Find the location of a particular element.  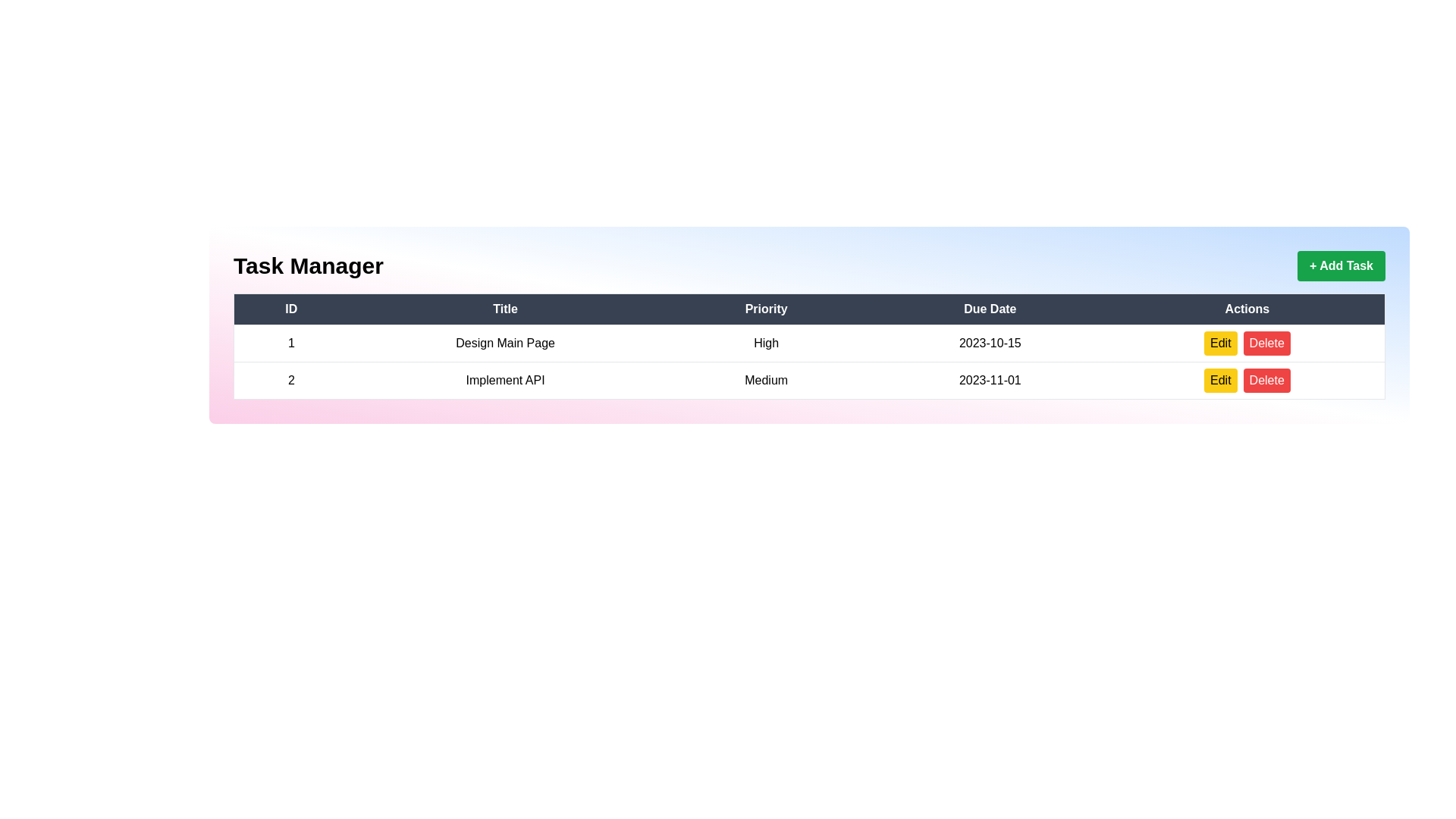

the text label displaying 'High' in the 'Priority' column of the first row in the table corresponding to the task 'Design Main Page' is located at coordinates (766, 343).